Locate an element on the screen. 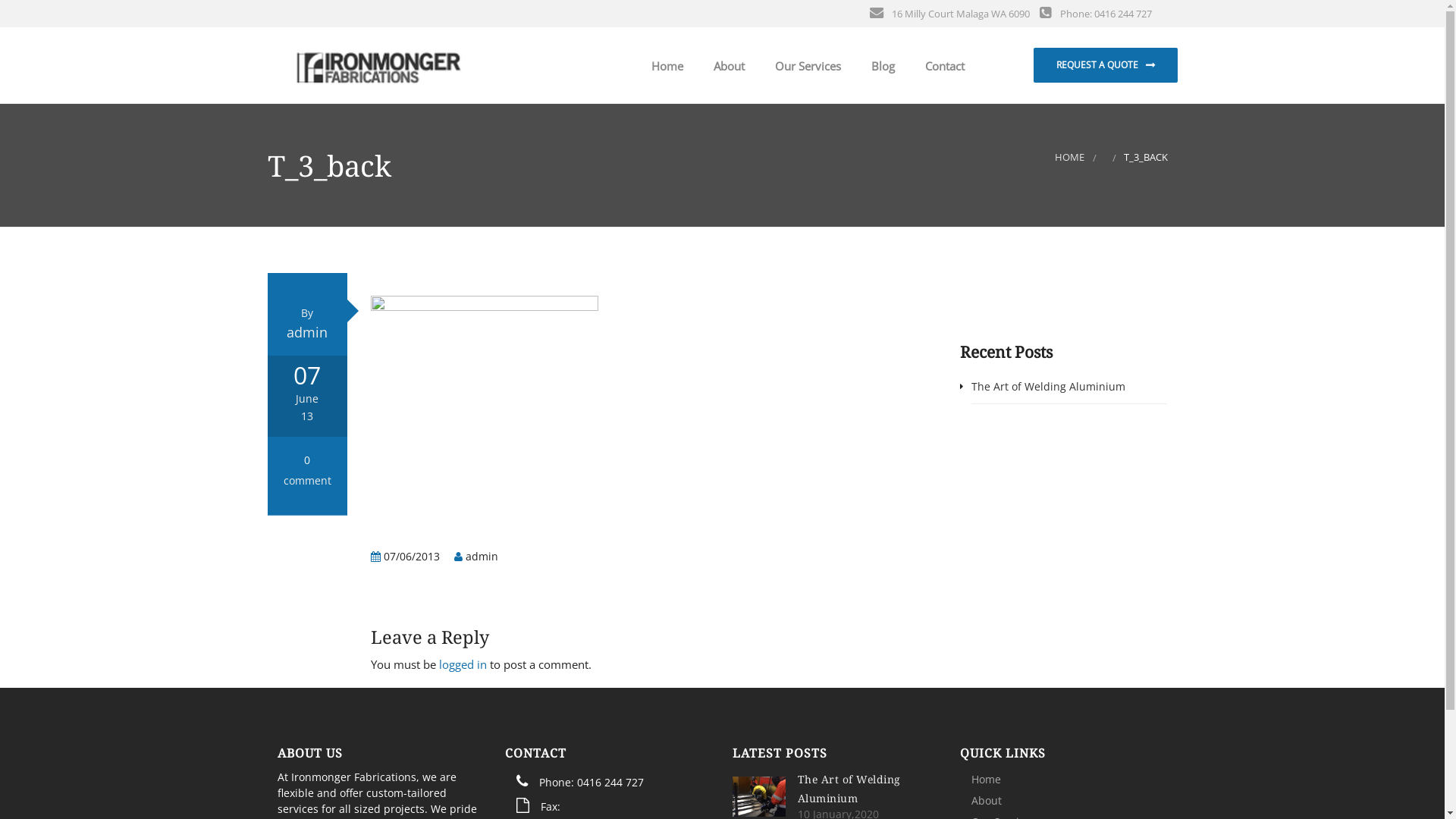 Image resolution: width=1456 pixels, height=819 pixels. 'Contact' is located at coordinates (941, 65).